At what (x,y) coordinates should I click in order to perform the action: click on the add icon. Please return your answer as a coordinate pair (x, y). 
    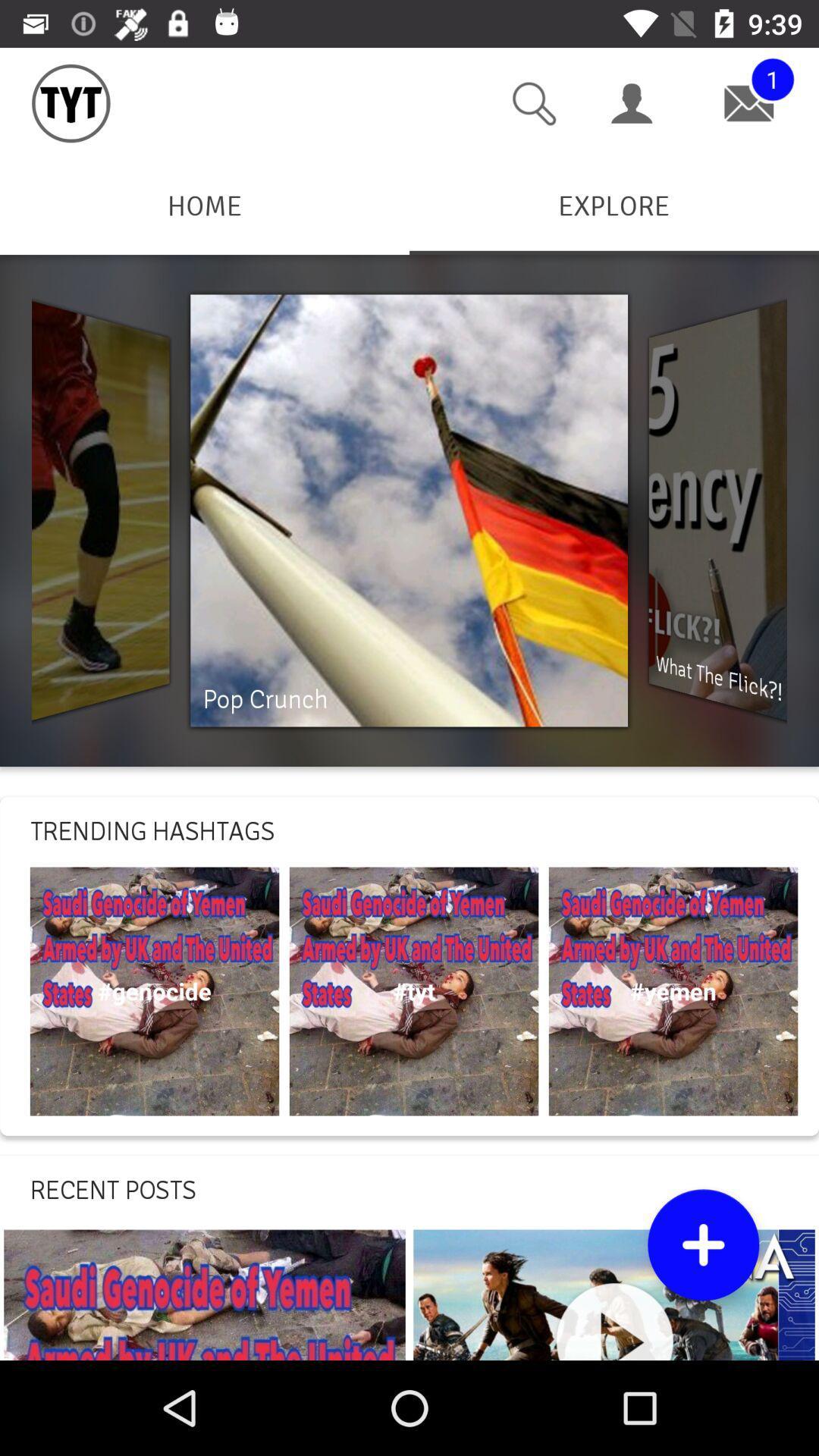
    Looking at the image, I should click on (703, 1244).